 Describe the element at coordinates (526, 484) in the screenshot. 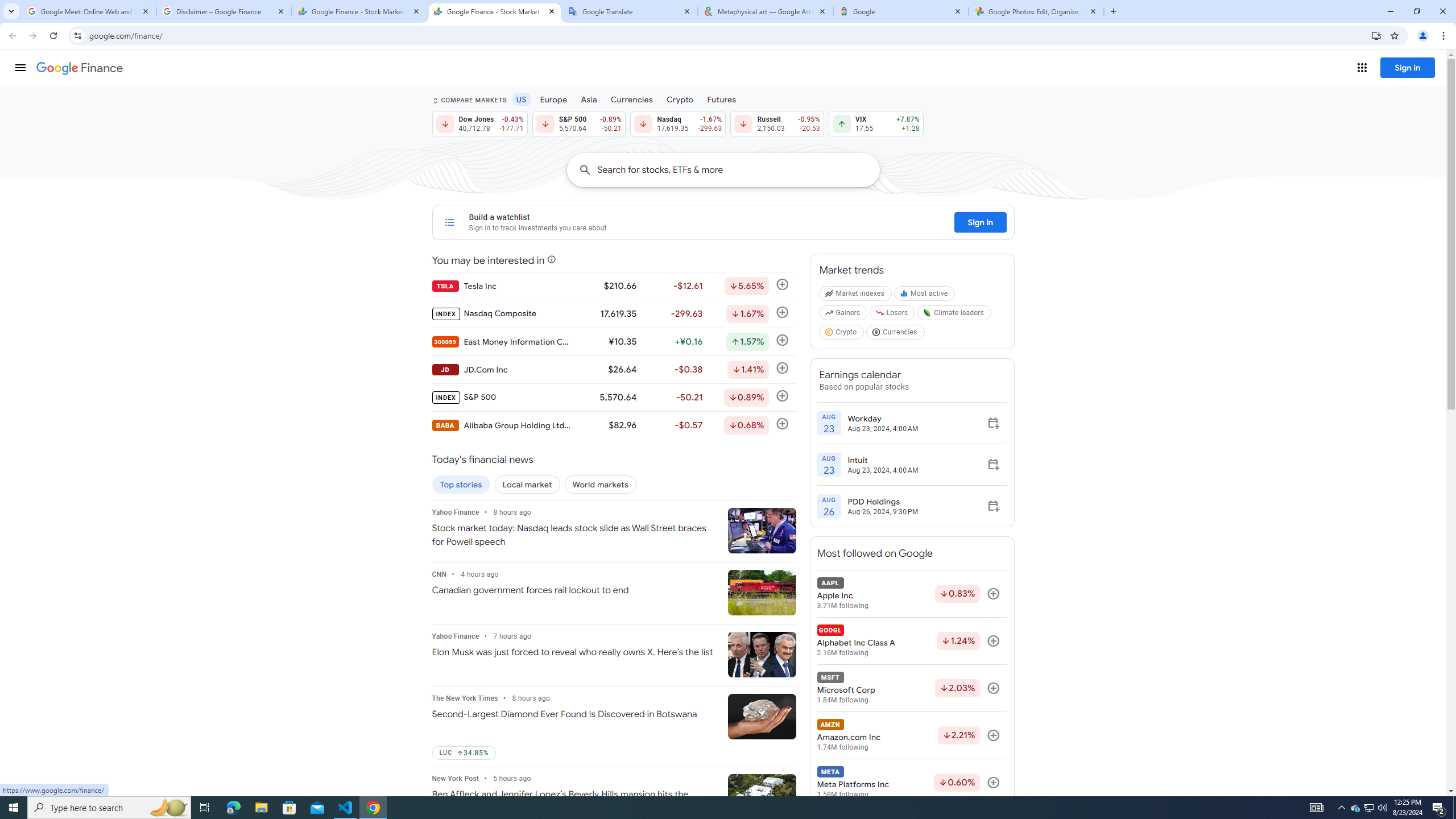

I see `'Local market'` at that location.